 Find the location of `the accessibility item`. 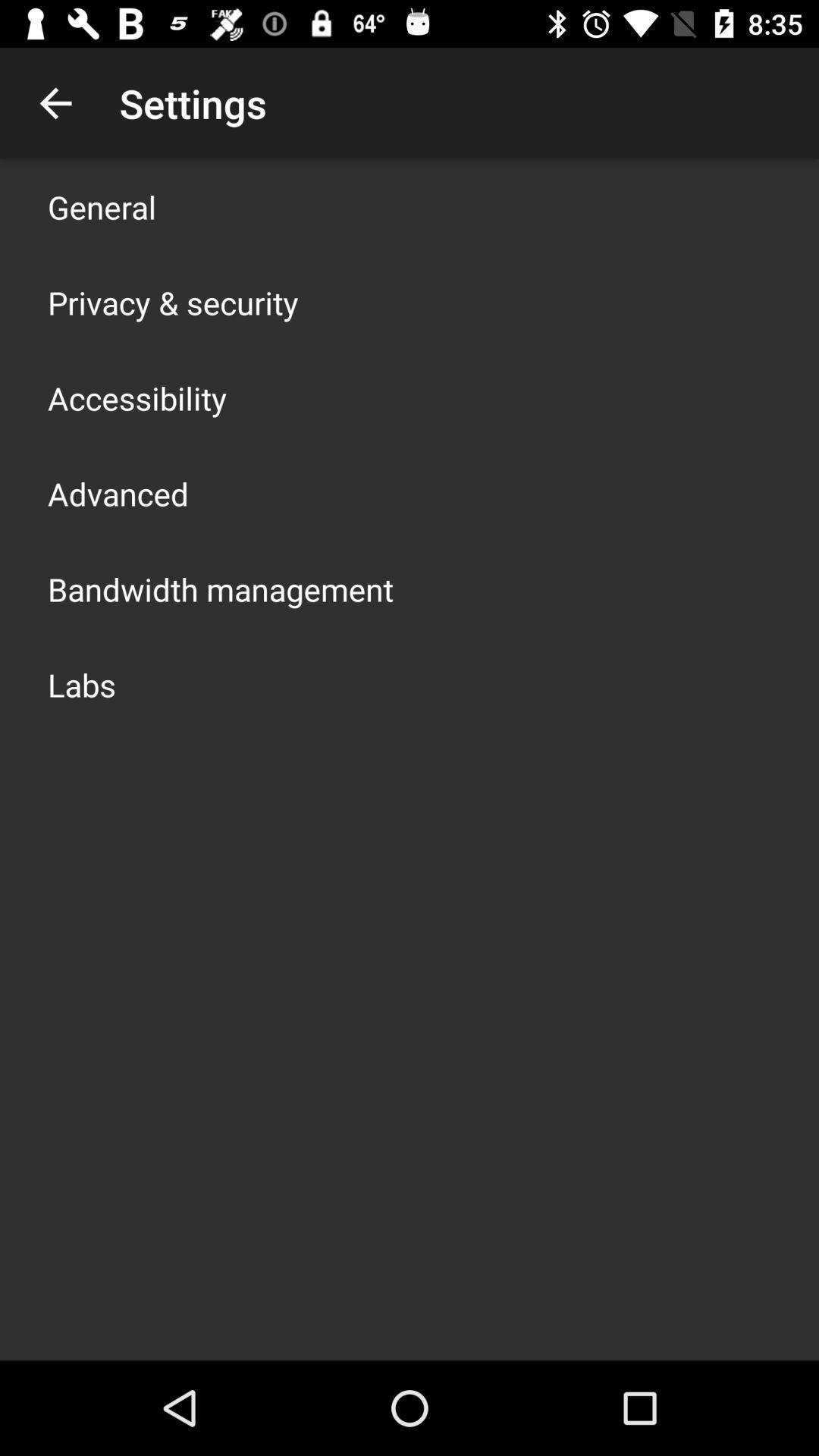

the accessibility item is located at coordinates (137, 397).